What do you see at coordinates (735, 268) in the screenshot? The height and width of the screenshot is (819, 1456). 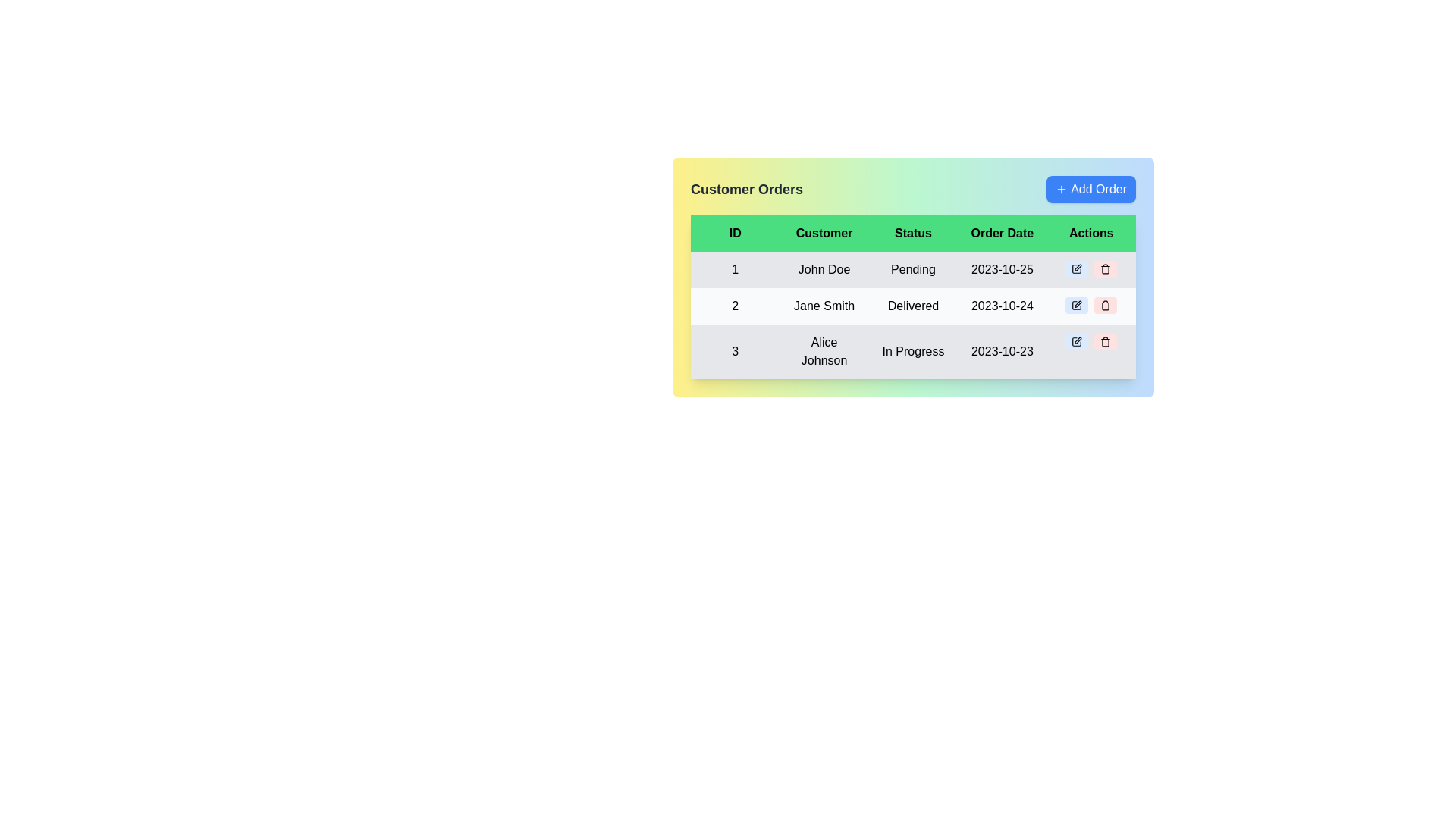 I see `the text element that identifies the first row in the table under the 'ID' column header` at bounding box center [735, 268].